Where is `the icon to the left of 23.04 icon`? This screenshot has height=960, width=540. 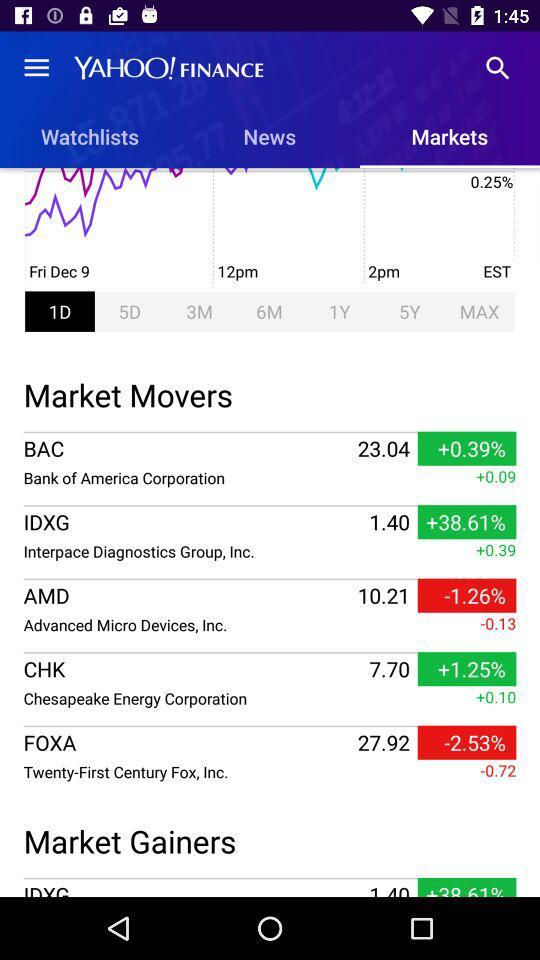 the icon to the left of 23.04 icon is located at coordinates (188, 448).